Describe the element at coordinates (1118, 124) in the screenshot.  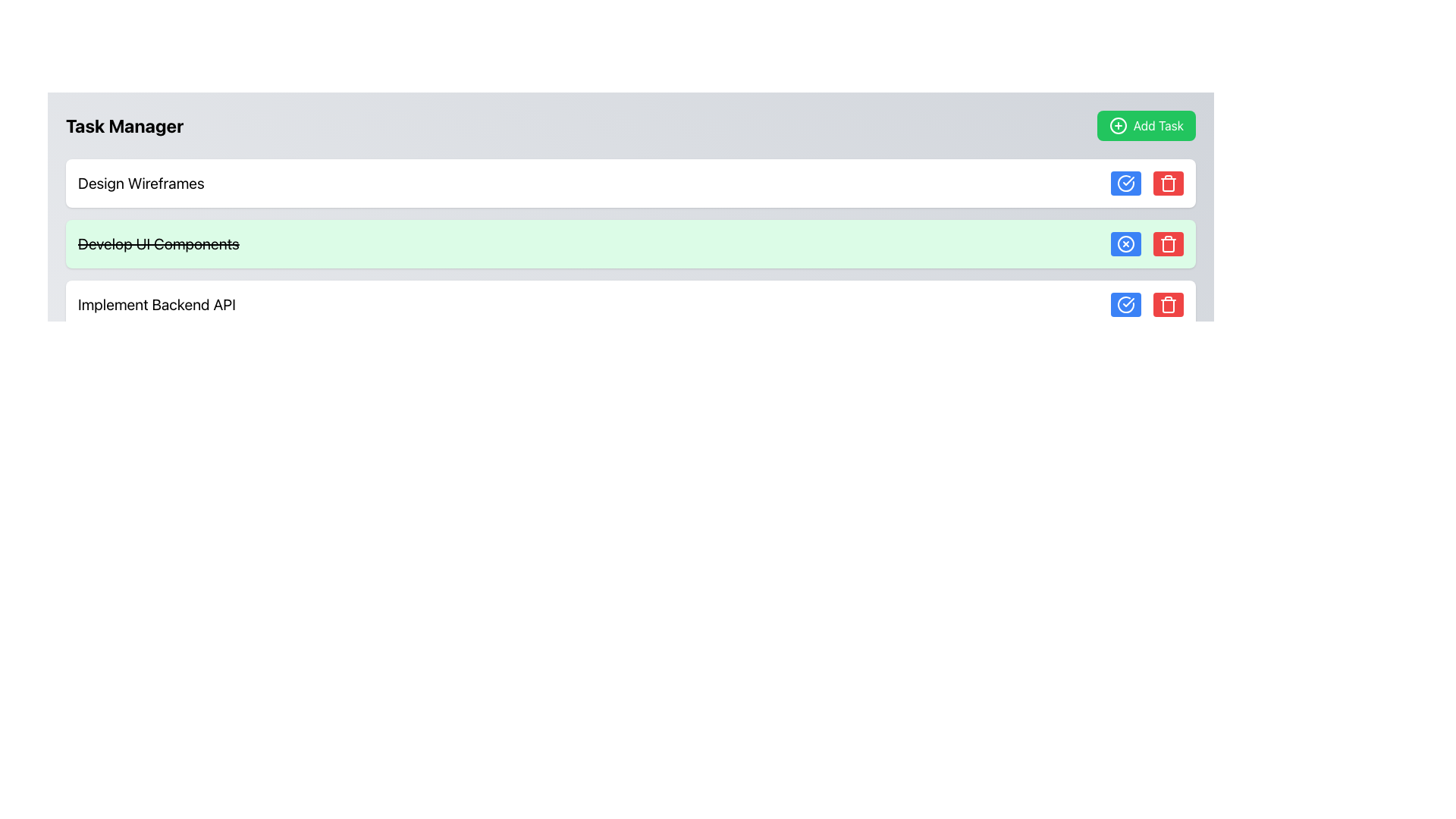
I see `the circular graphical icon located within the green 'Add Task' button at the top-right corner of the interface above the task list` at that location.